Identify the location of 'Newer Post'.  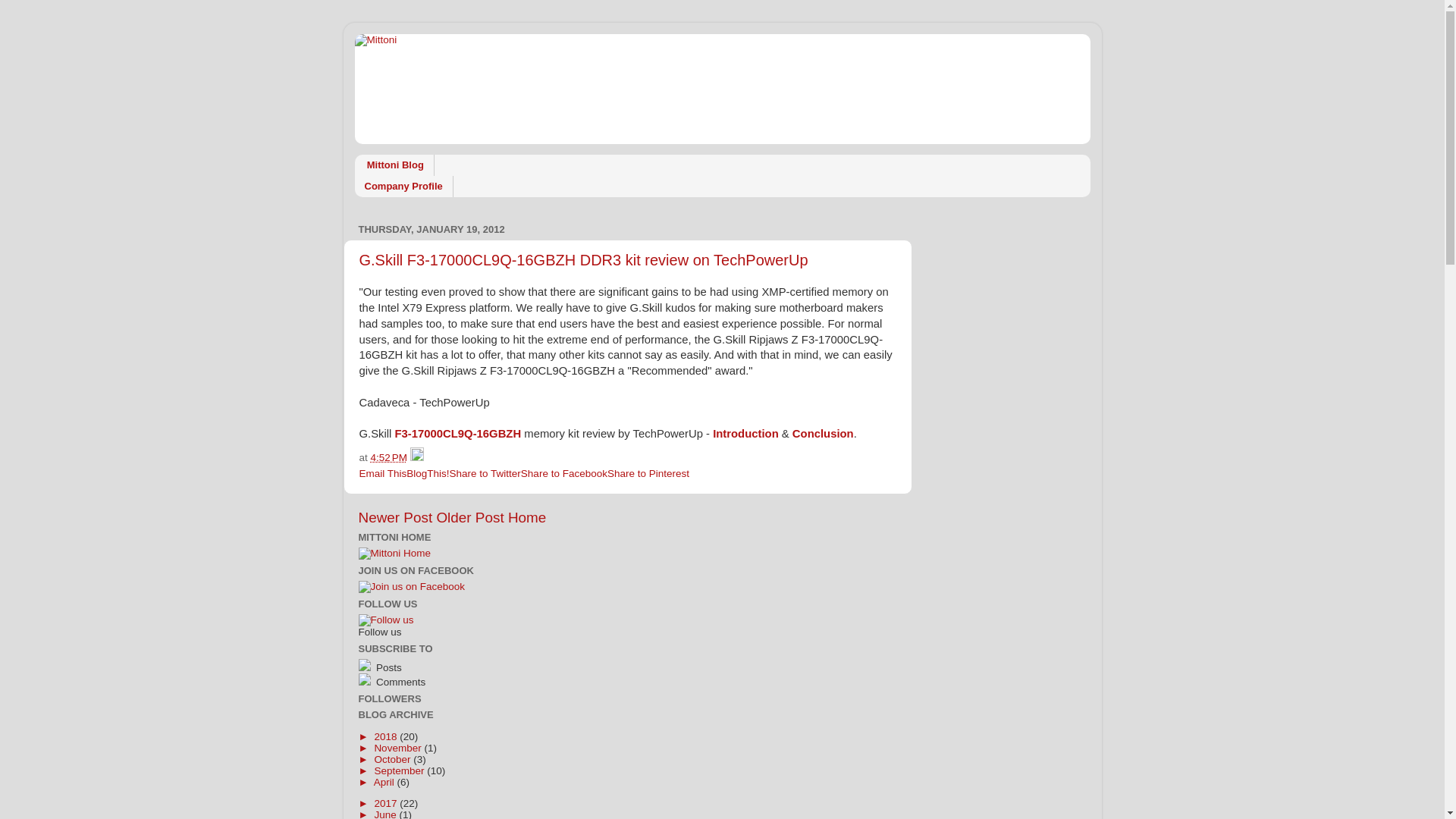
(395, 516).